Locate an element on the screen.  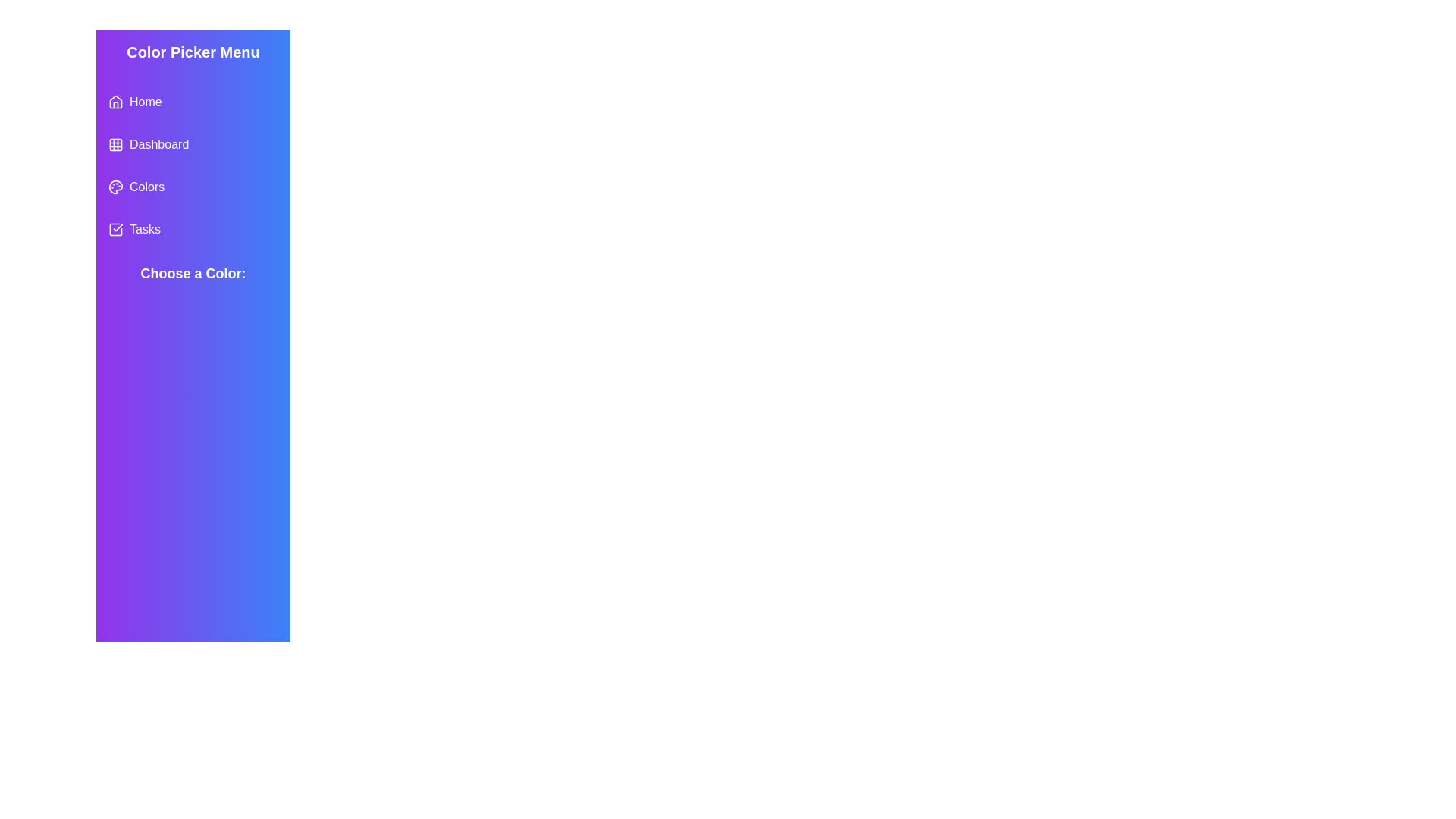
the third item in the vertical menu on the left side of the interface, which is a circular graphic icon resembling a palette is located at coordinates (115, 186).